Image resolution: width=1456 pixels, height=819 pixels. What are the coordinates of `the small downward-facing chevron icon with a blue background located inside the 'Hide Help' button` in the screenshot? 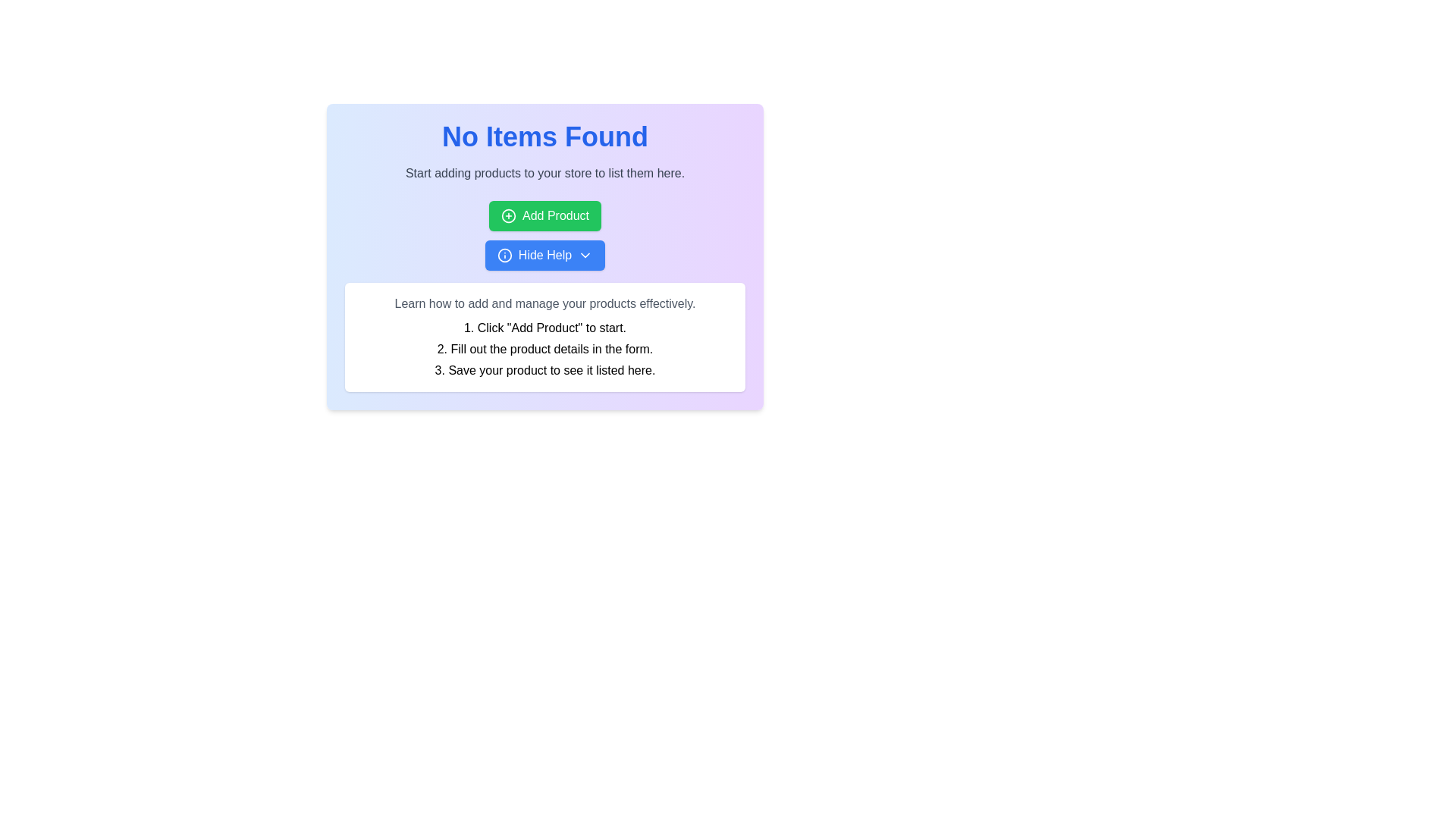 It's located at (585, 254).